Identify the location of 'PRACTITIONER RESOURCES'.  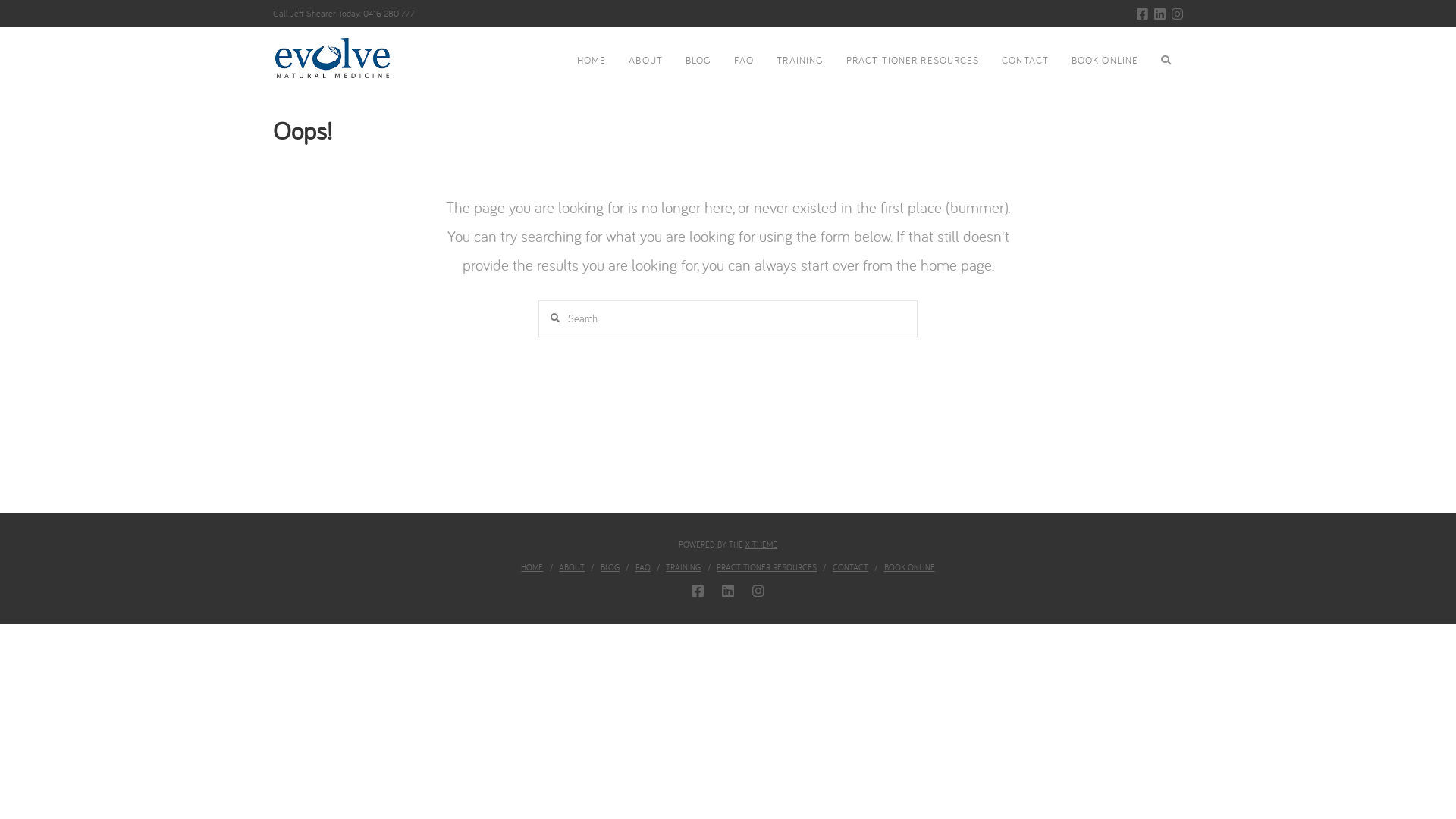
(716, 567).